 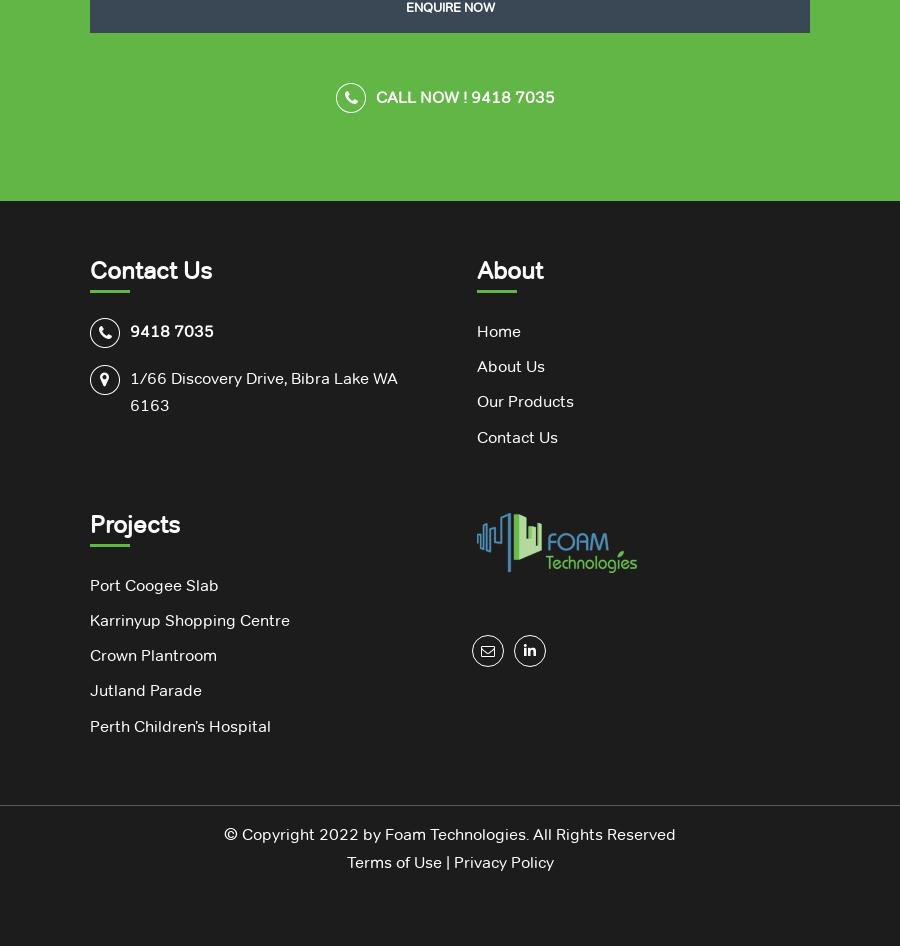 I want to click on '|', so click(x=447, y=861).